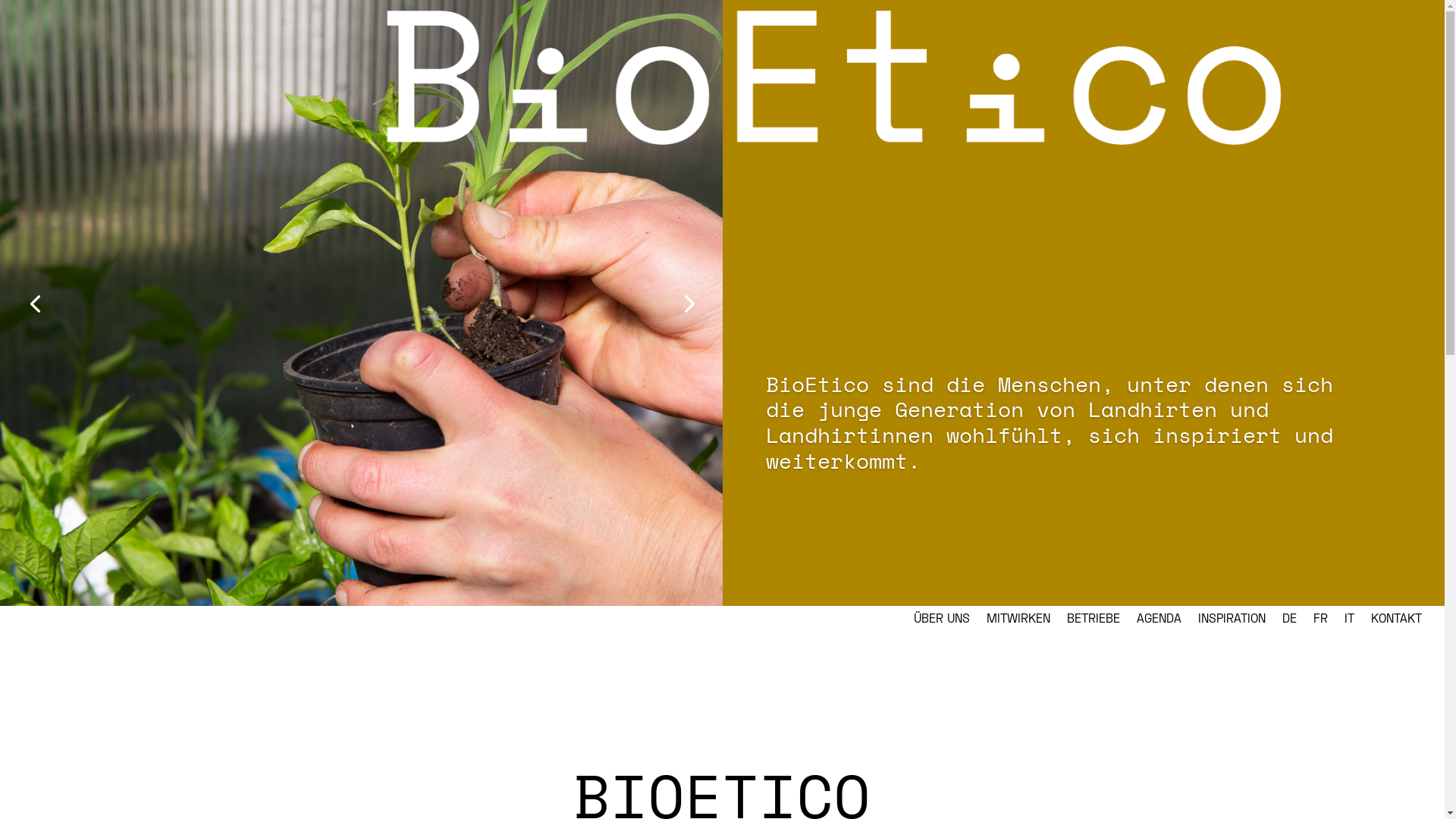 Image resolution: width=1456 pixels, height=819 pixels. I want to click on 'BETRIEBE', so click(1065, 620).